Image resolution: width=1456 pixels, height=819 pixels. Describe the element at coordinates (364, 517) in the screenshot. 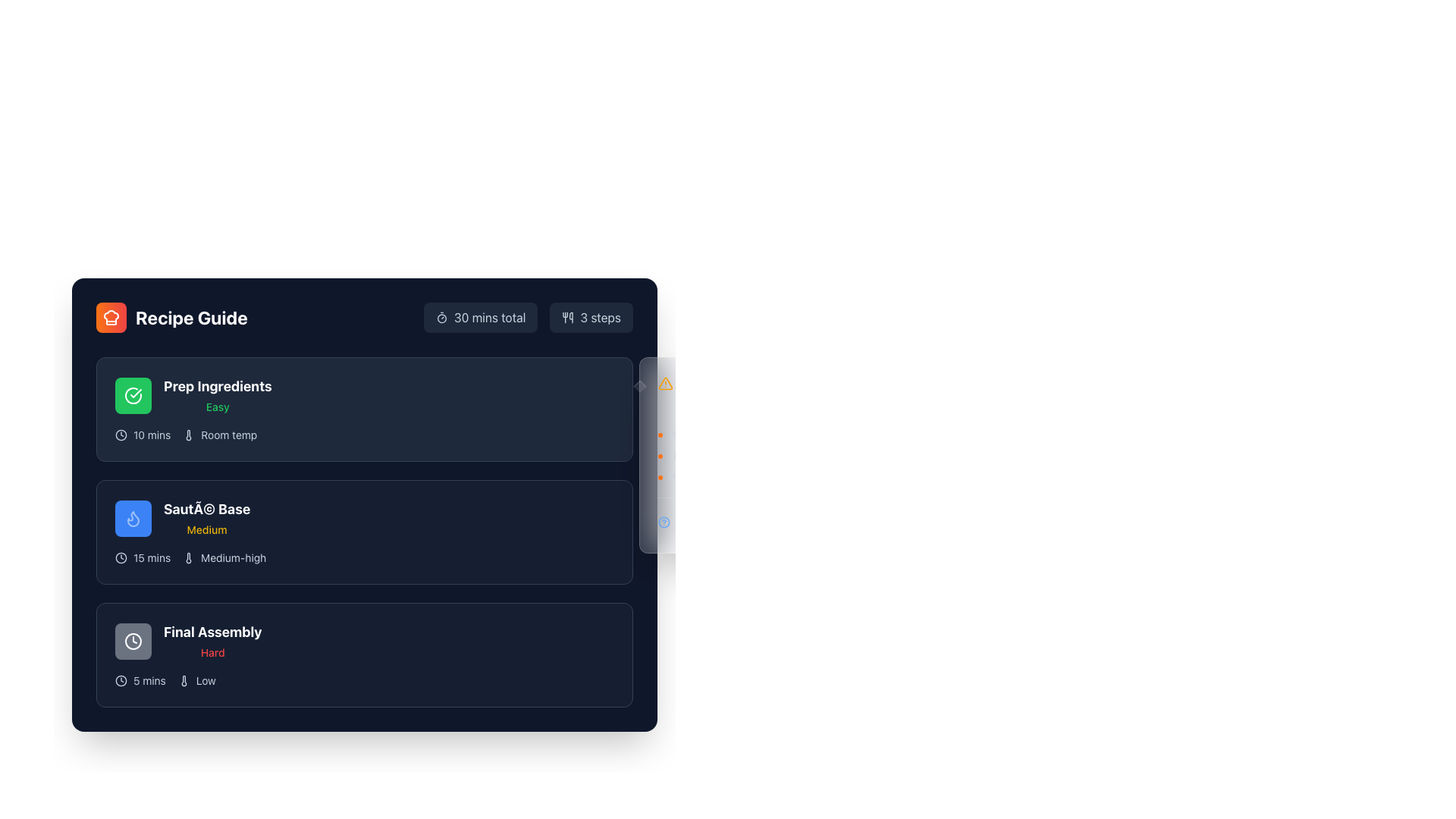

I see `the 'Sauté Base' recipe step in the grouped information display` at that location.